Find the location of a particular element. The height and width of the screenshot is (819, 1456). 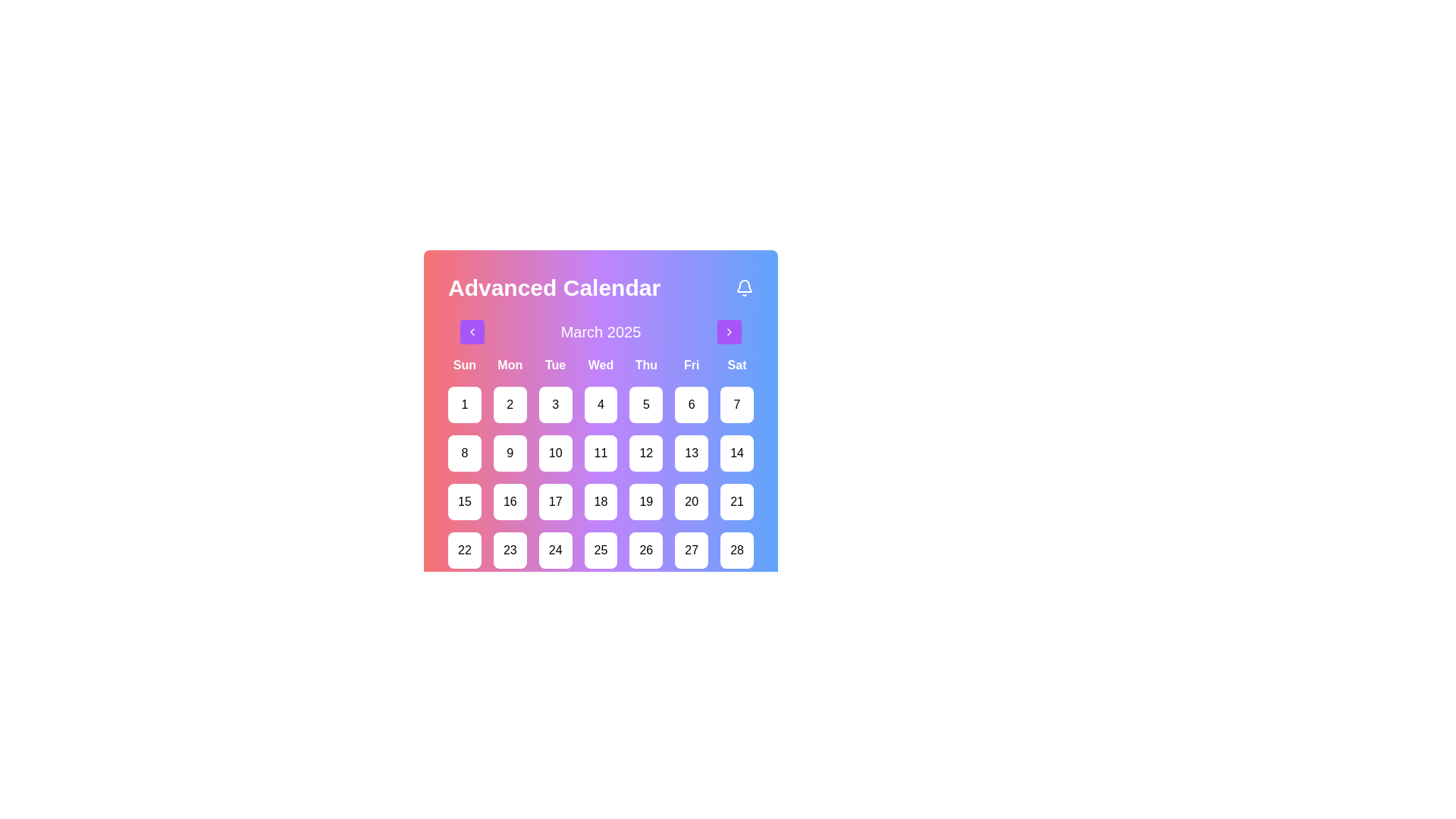

the navigational buttons integrated with the label indicating the currently displayed month and year in the calendar interface is located at coordinates (600, 331).